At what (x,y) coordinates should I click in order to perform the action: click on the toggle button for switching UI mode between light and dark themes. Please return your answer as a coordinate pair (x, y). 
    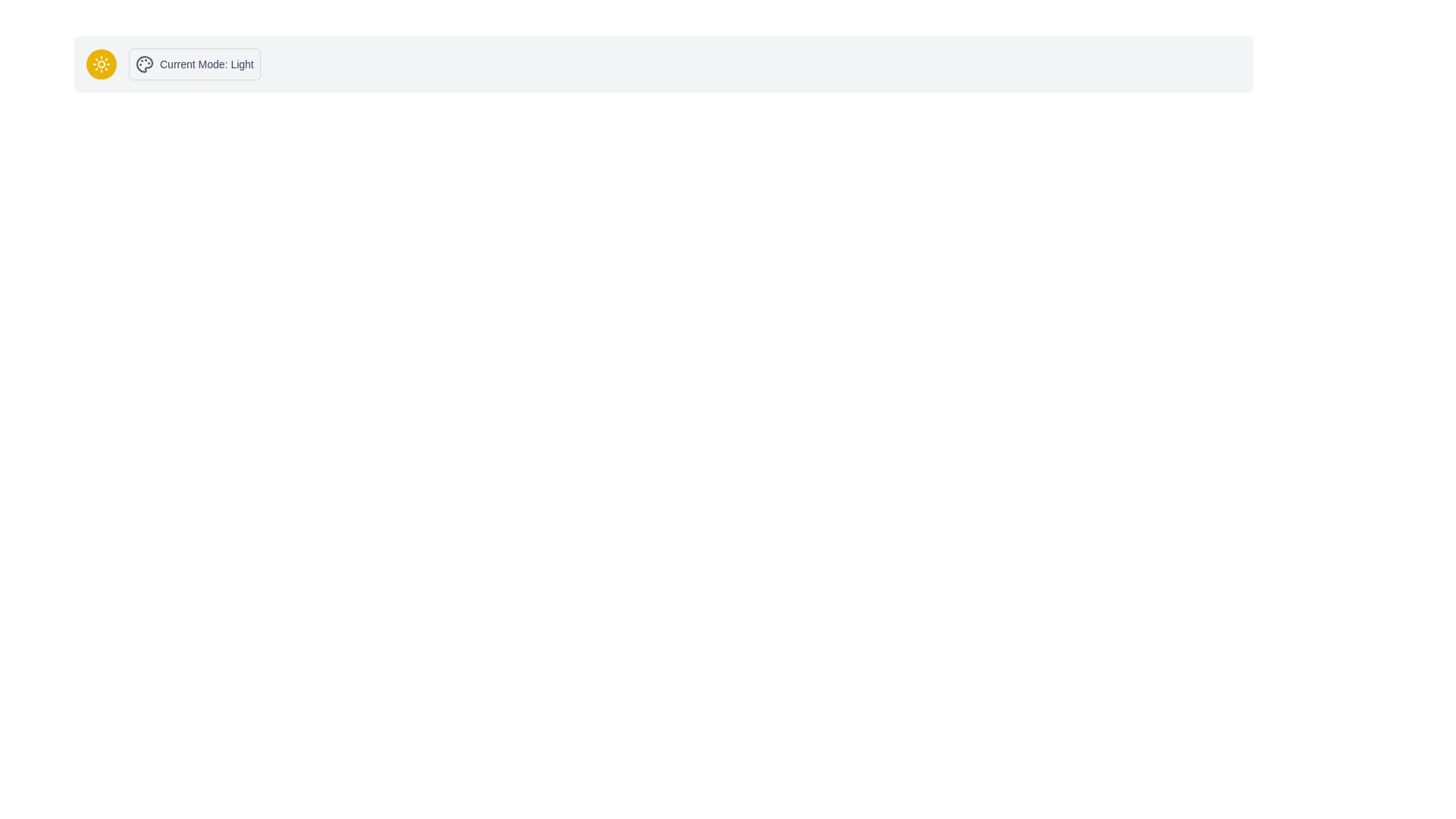
    Looking at the image, I should click on (101, 63).